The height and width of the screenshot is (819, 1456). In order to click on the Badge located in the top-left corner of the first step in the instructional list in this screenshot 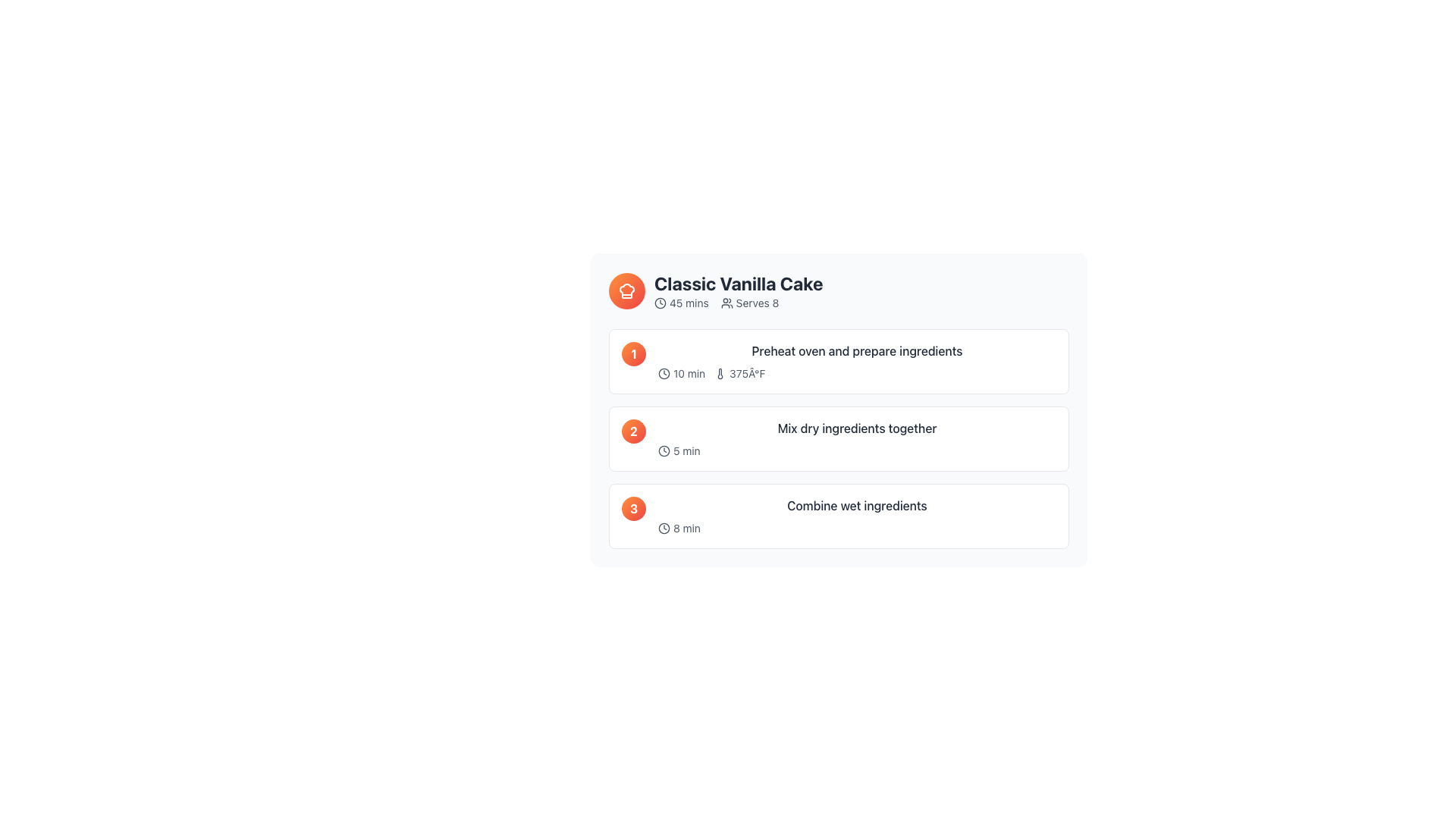, I will do `click(633, 353)`.